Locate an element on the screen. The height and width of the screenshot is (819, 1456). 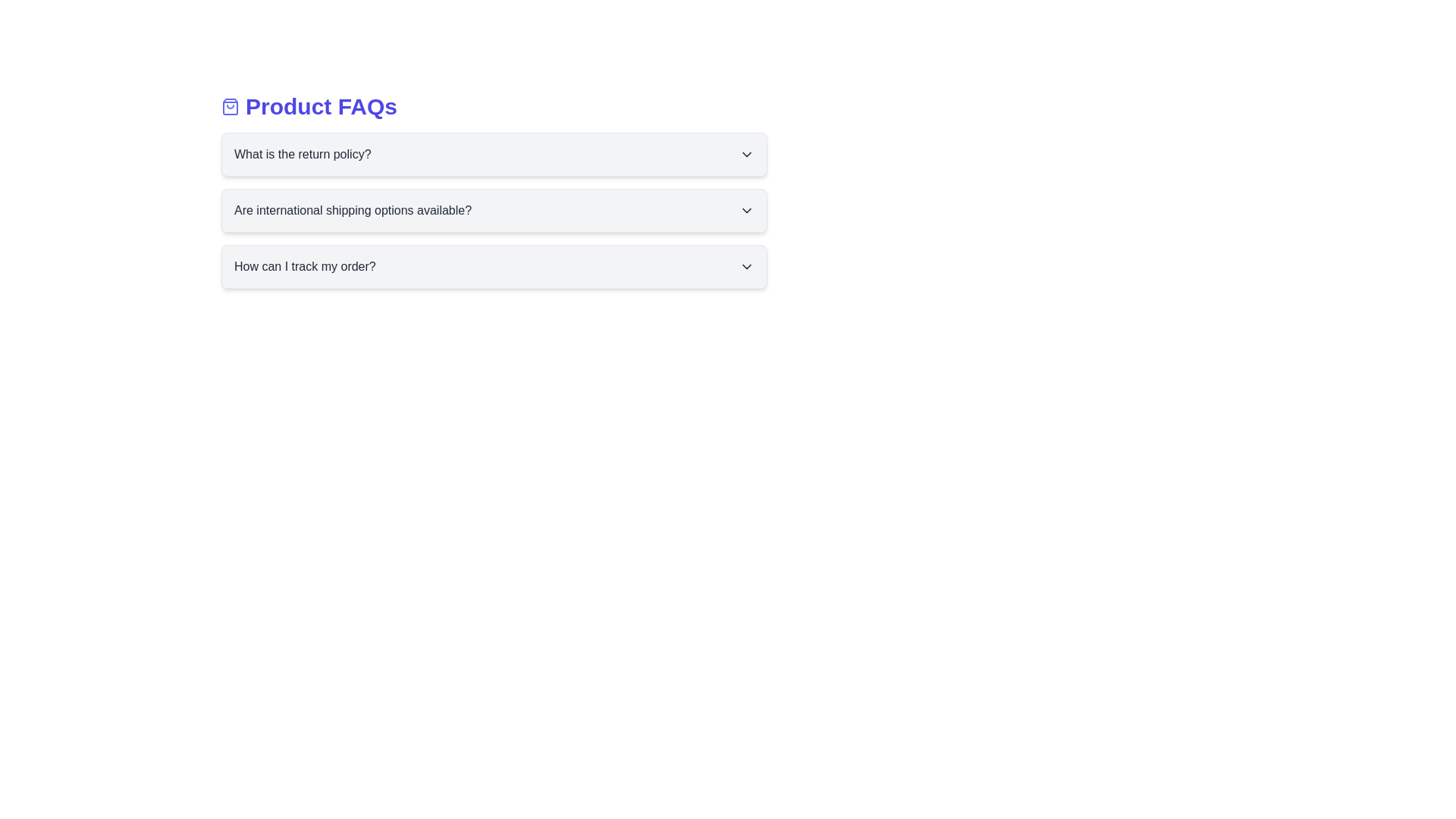
the text label that asks 'Are international shipping options available?' is located at coordinates (352, 210).